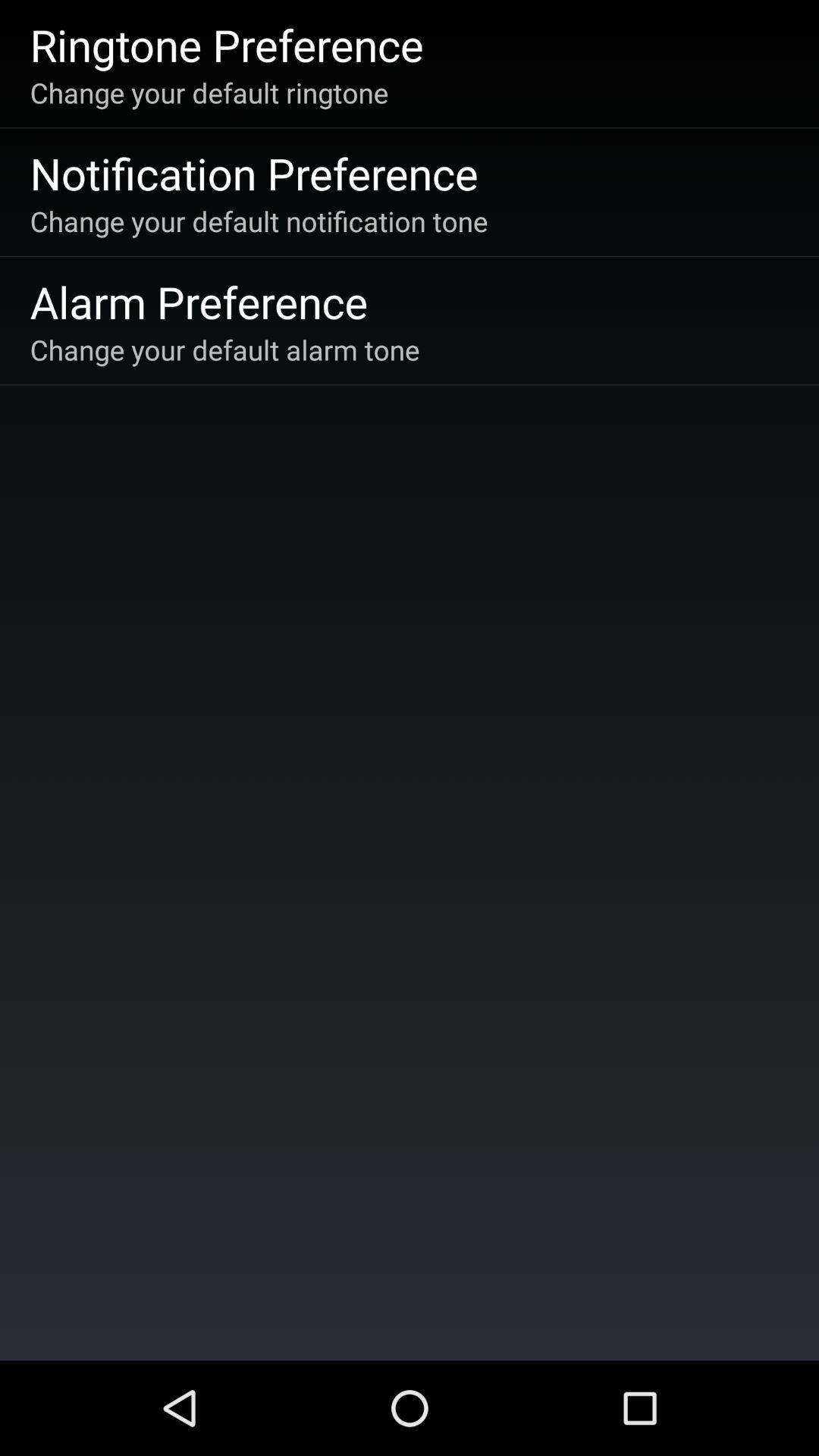 This screenshot has width=819, height=1456. Describe the element at coordinates (253, 173) in the screenshot. I see `app above change your default app` at that location.